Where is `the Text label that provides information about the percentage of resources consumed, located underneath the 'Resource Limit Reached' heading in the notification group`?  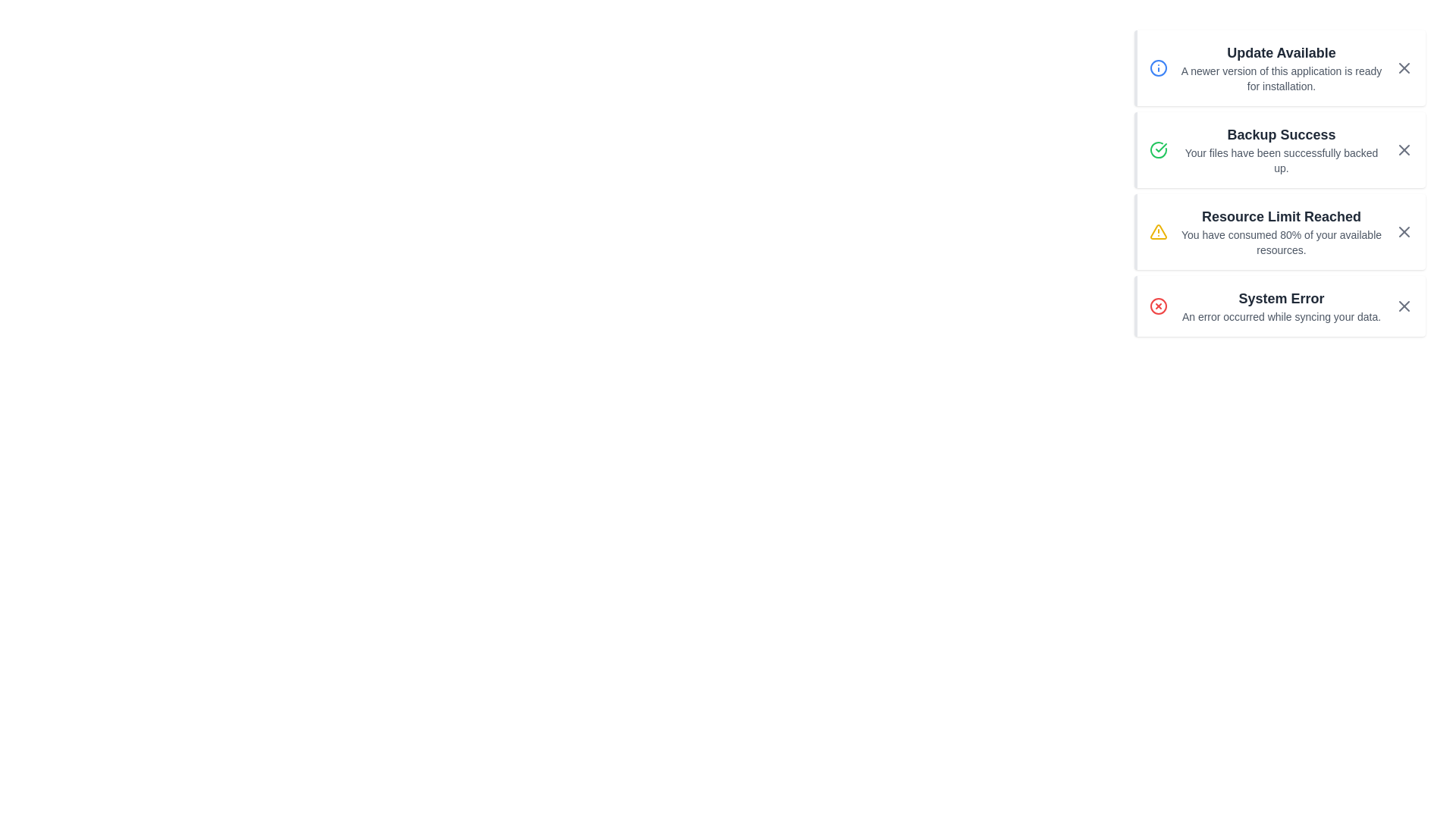
the Text label that provides information about the percentage of resources consumed, located underneath the 'Resource Limit Reached' heading in the notification group is located at coordinates (1280, 242).